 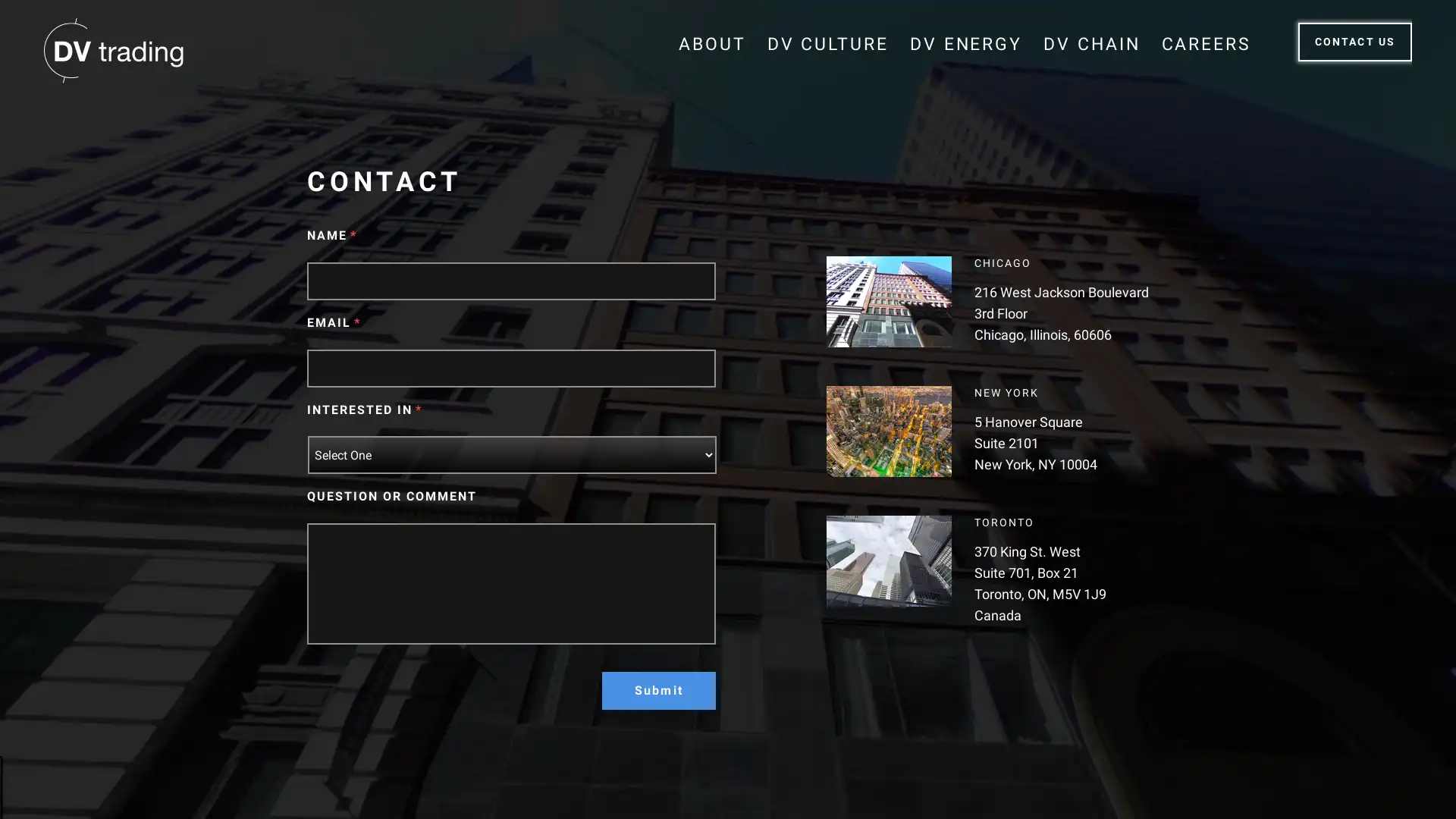 I want to click on Submit, so click(x=658, y=690).